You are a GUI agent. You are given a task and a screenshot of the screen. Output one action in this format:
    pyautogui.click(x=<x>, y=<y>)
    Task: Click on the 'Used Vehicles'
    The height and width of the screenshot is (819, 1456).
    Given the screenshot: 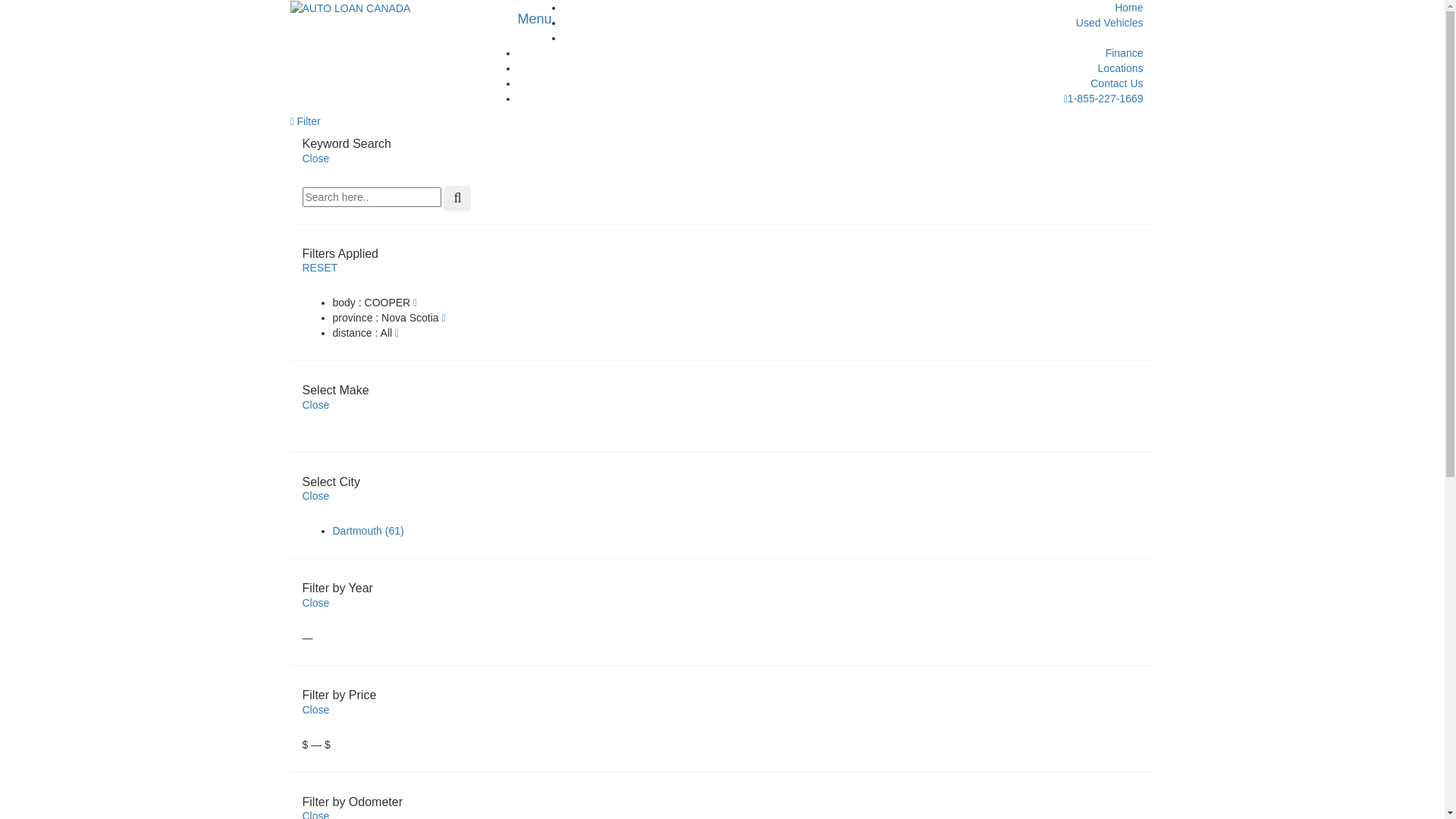 What is the action you would take?
    pyautogui.click(x=1109, y=23)
    